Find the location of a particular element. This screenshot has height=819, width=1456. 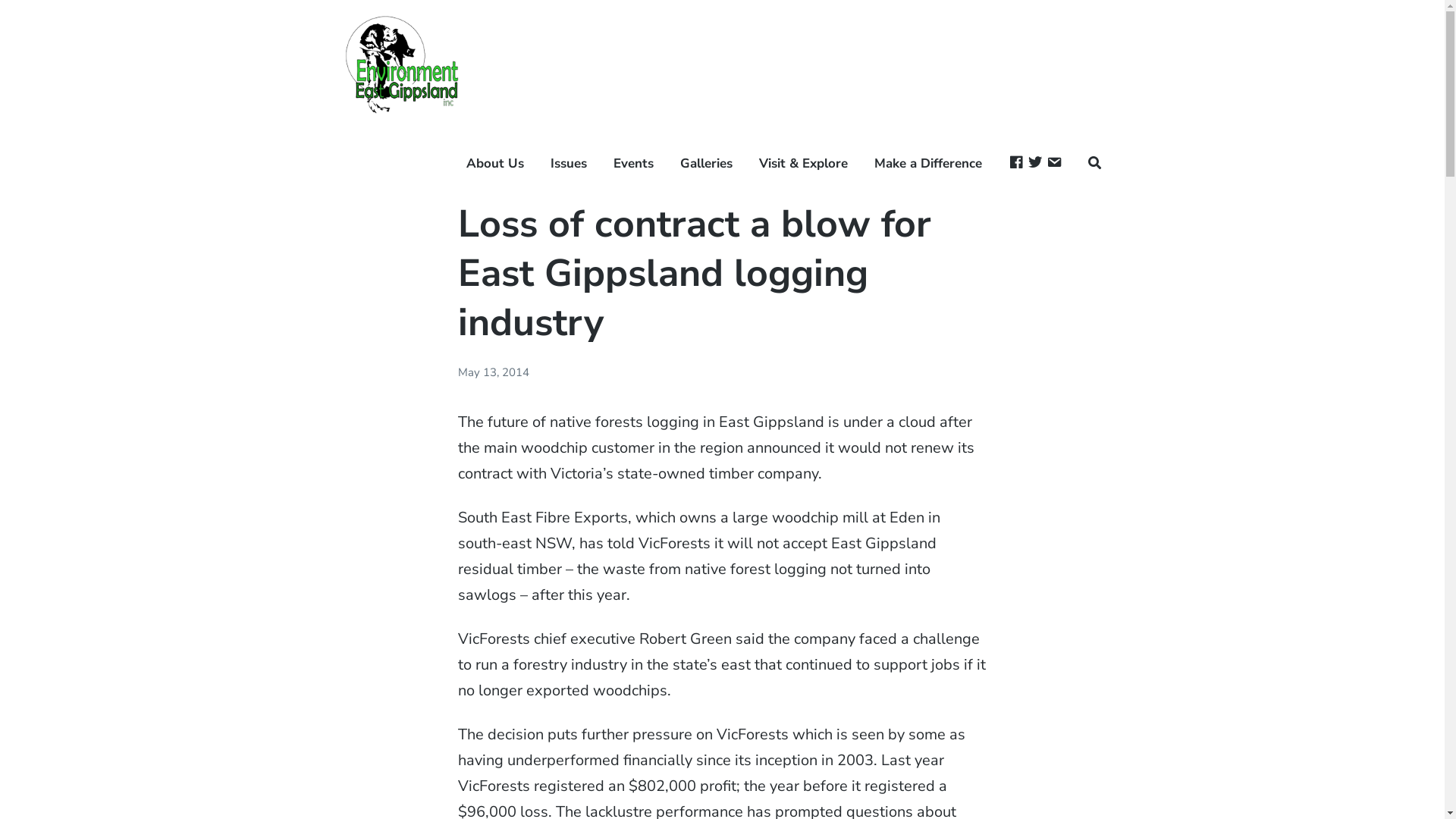

'Make a Difference' is located at coordinates (874, 164).